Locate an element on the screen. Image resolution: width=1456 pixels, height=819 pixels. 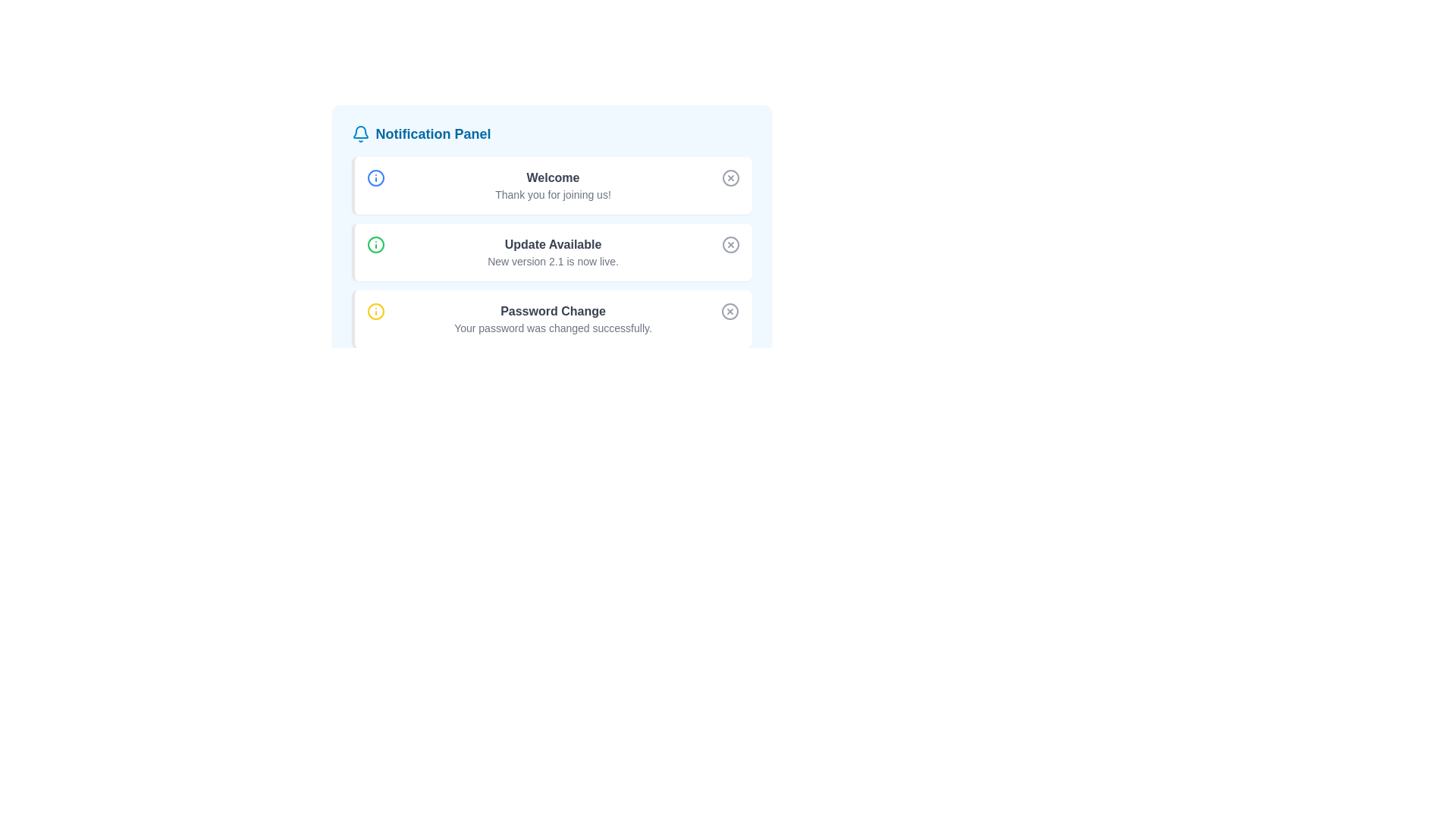
the title header for the notification message located in the 'Notification Panel', which is positioned above the text 'Your password was changed successfully' is located at coordinates (552, 311).